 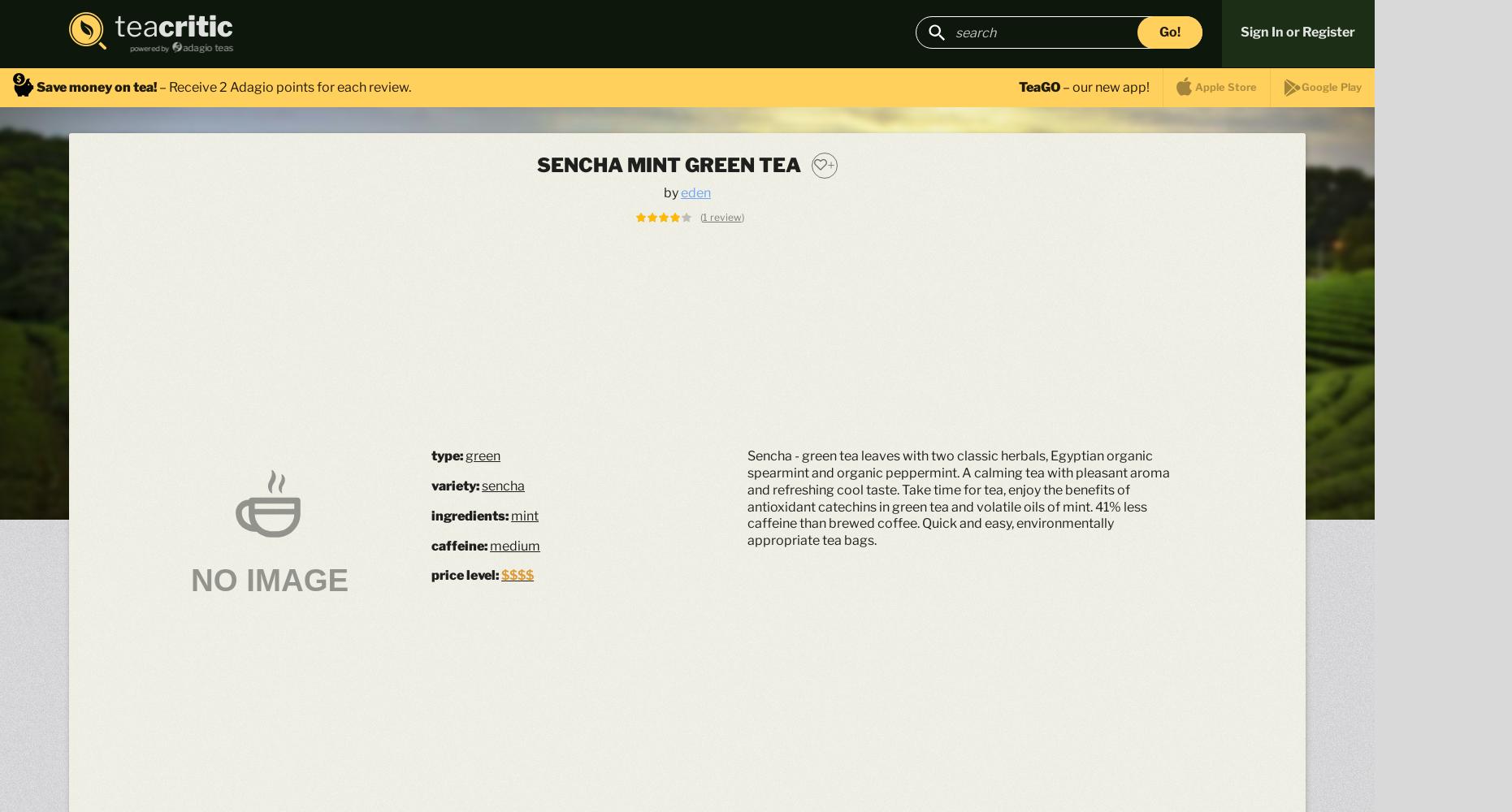 What do you see at coordinates (149, 48) in the screenshot?
I see `'powered by'` at bounding box center [149, 48].